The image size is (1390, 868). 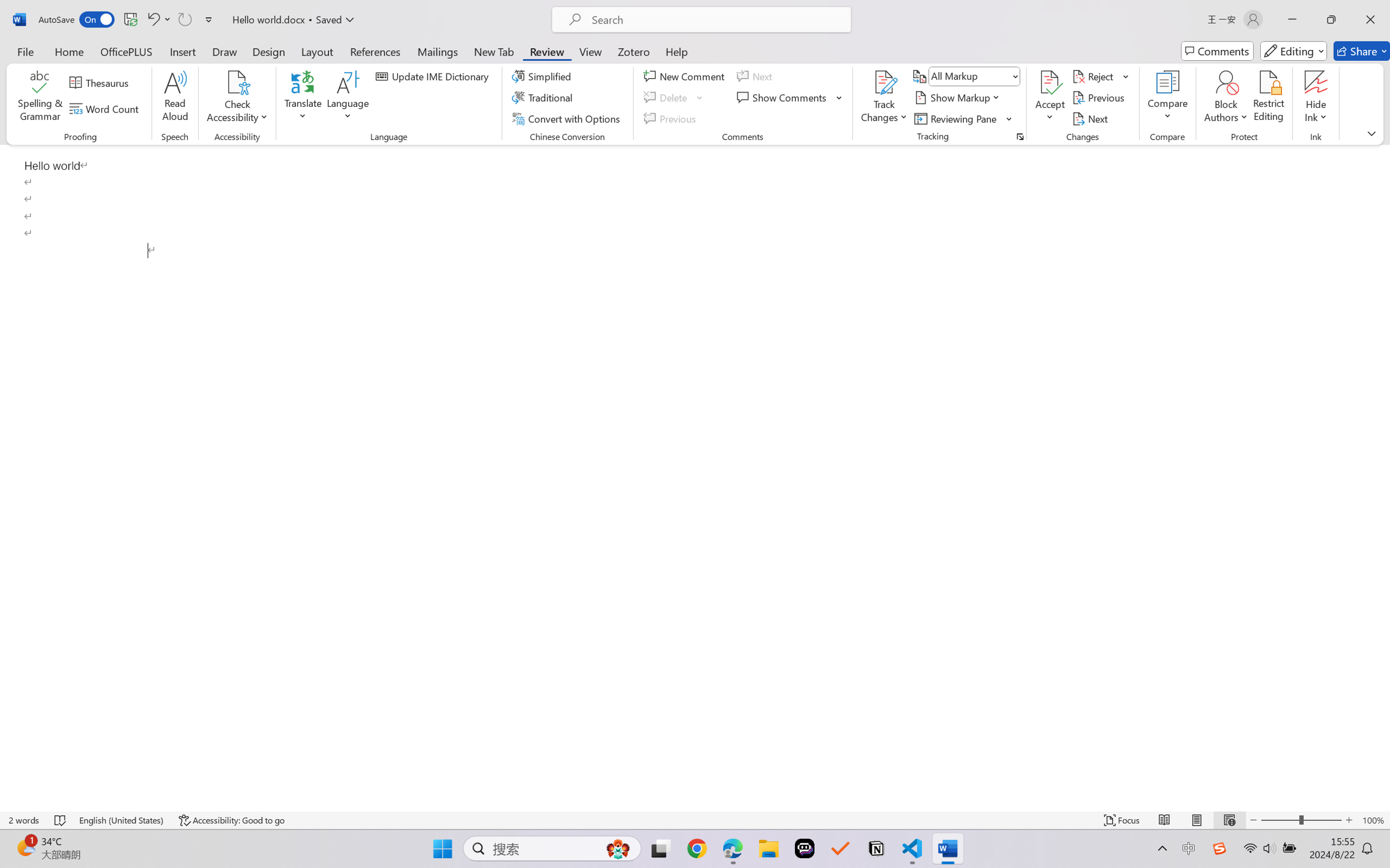 What do you see at coordinates (208, 19) in the screenshot?
I see `'Customize Quick Access Toolbar'` at bounding box center [208, 19].